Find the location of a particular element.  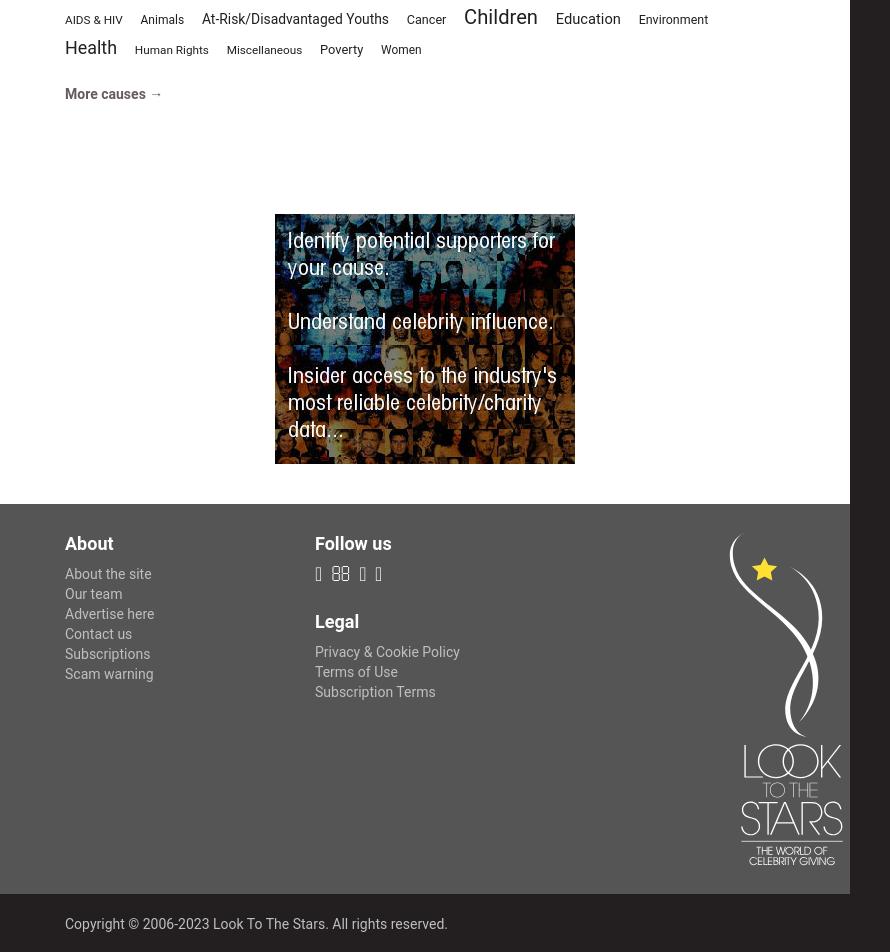

'Our team' is located at coordinates (92, 593).